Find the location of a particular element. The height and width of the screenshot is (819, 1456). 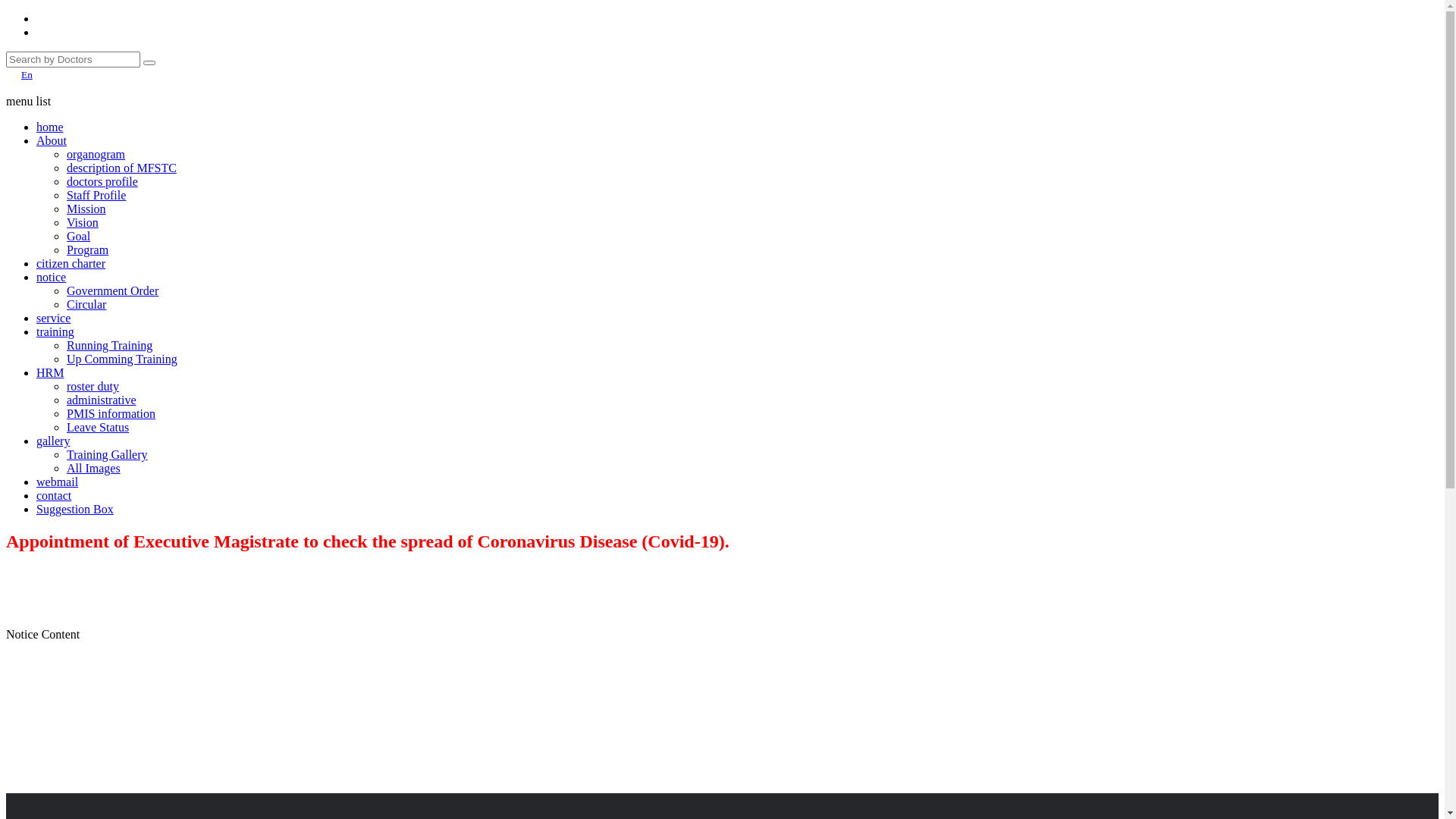

'About' is located at coordinates (51, 140).